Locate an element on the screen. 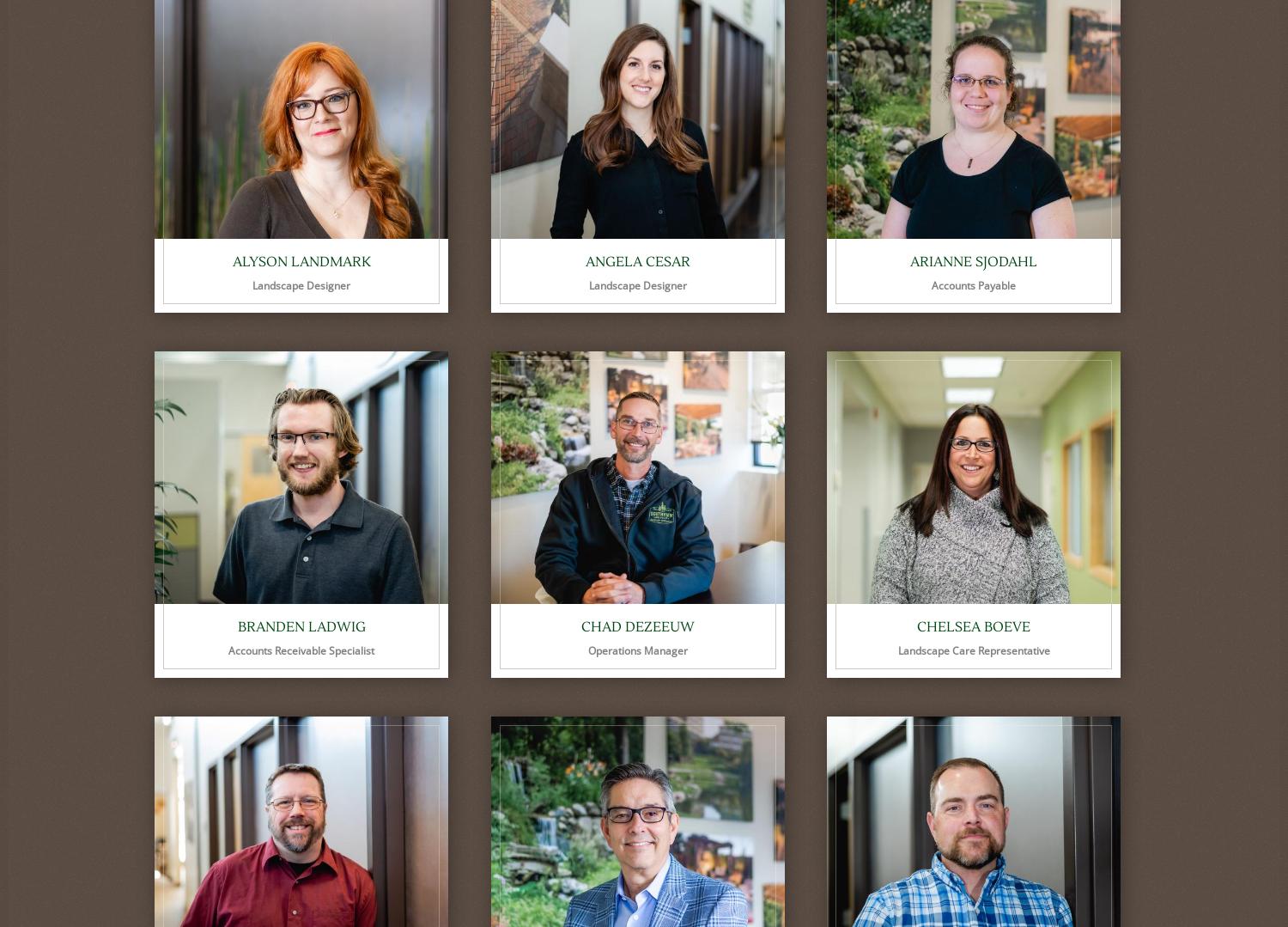 The height and width of the screenshot is (927, 1288). 'Branden Ladwig' is located at coordinates (300, 626).